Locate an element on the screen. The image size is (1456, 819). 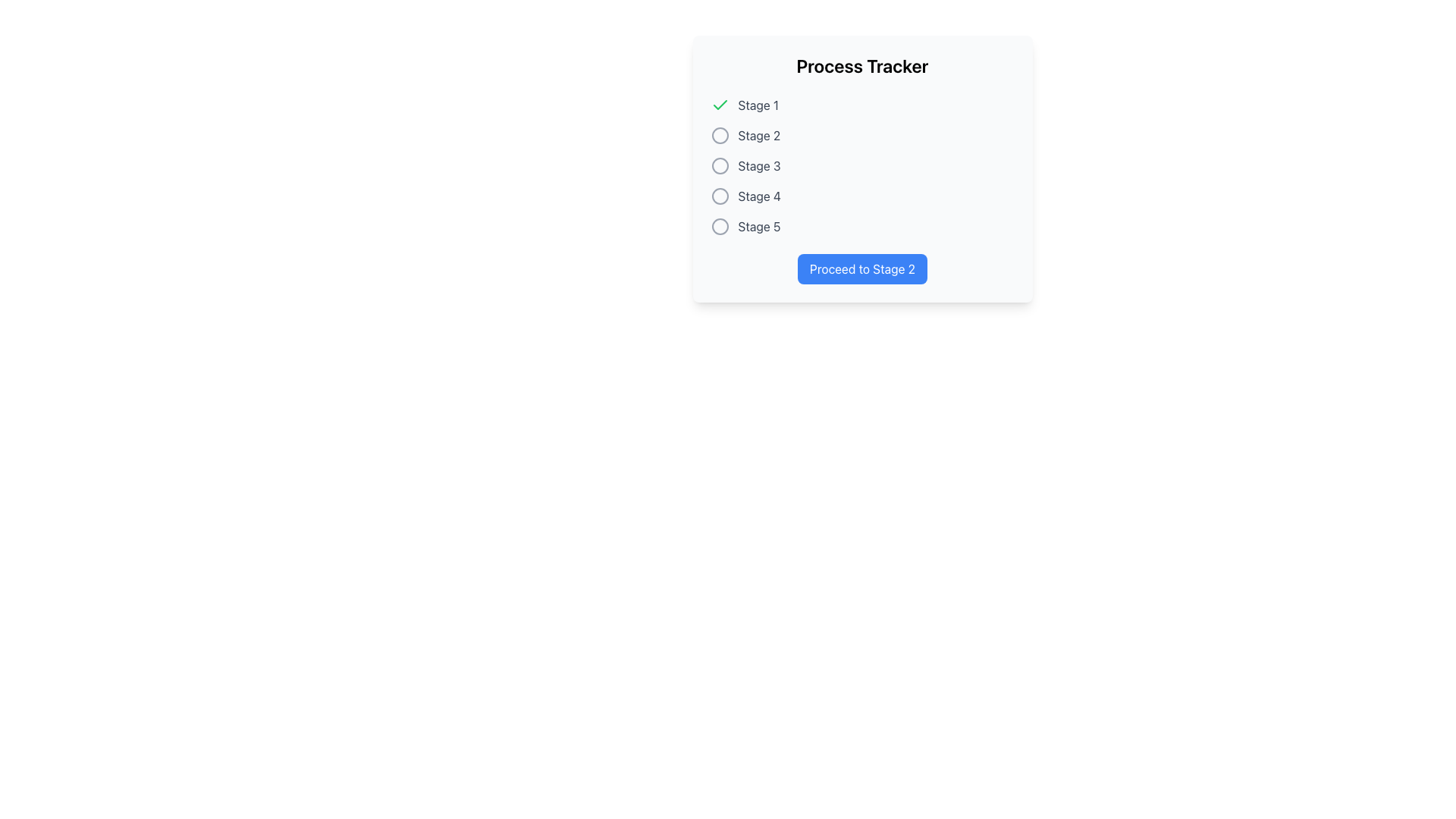
the unselected radio button circle representing 'Stage 2' in the 'Process Tracker' section is located at coordinates (719, 134).